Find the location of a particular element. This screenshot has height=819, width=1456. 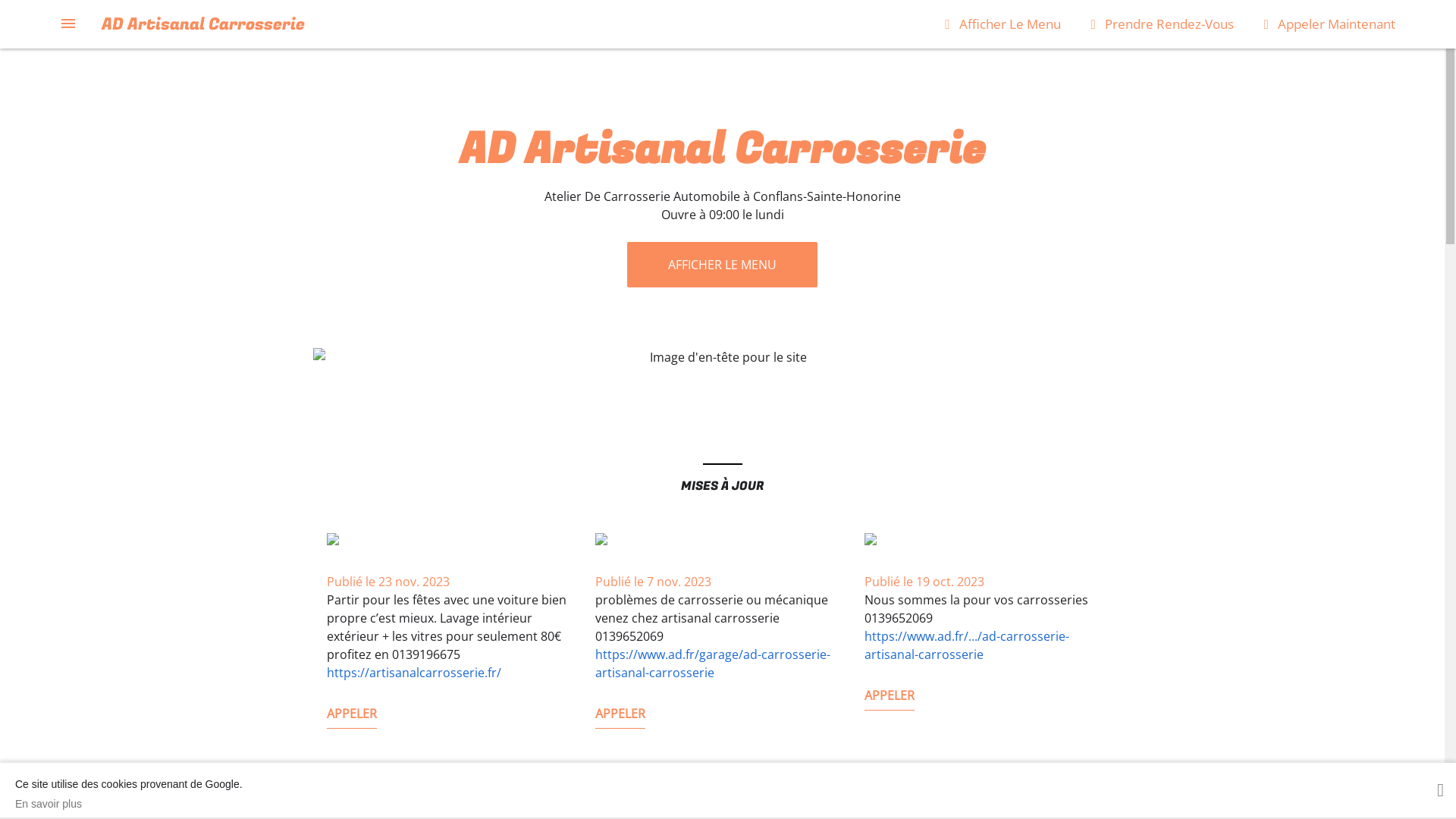

'AD Artisanal Carrosserie' is located at coordinates (202, 24).